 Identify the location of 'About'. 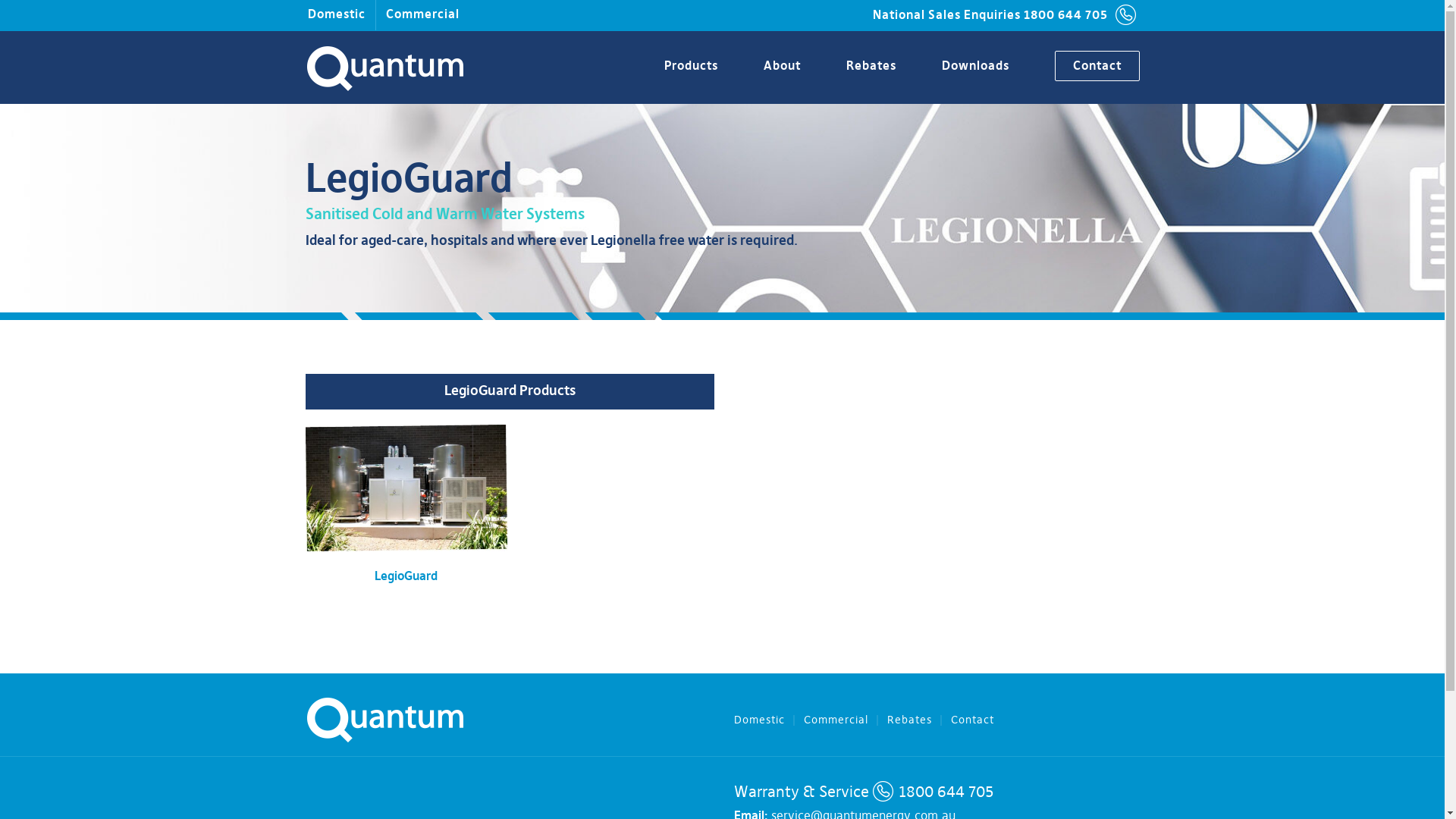
(768, 66).